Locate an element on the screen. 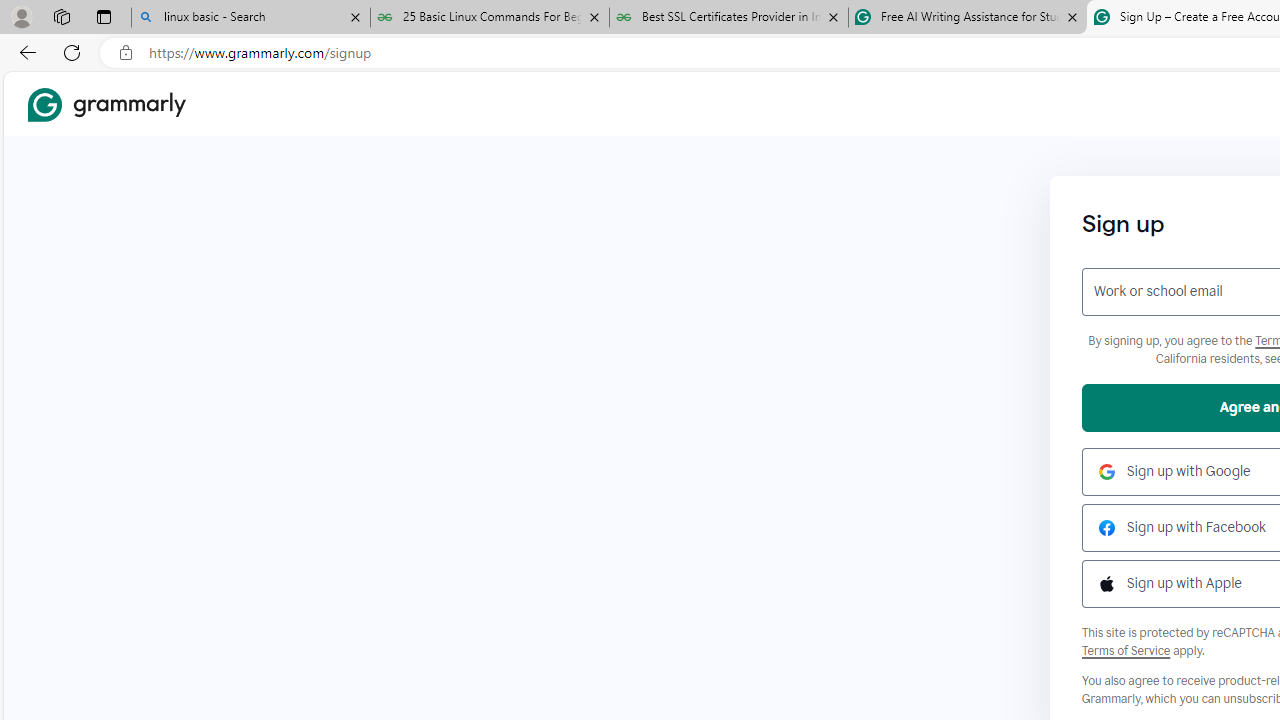 The width and height of the screenshot is (1280, 720). 'Best SSL Certificates Provider in India - GeeksforGeeks' is located at coordinates (728, 17).